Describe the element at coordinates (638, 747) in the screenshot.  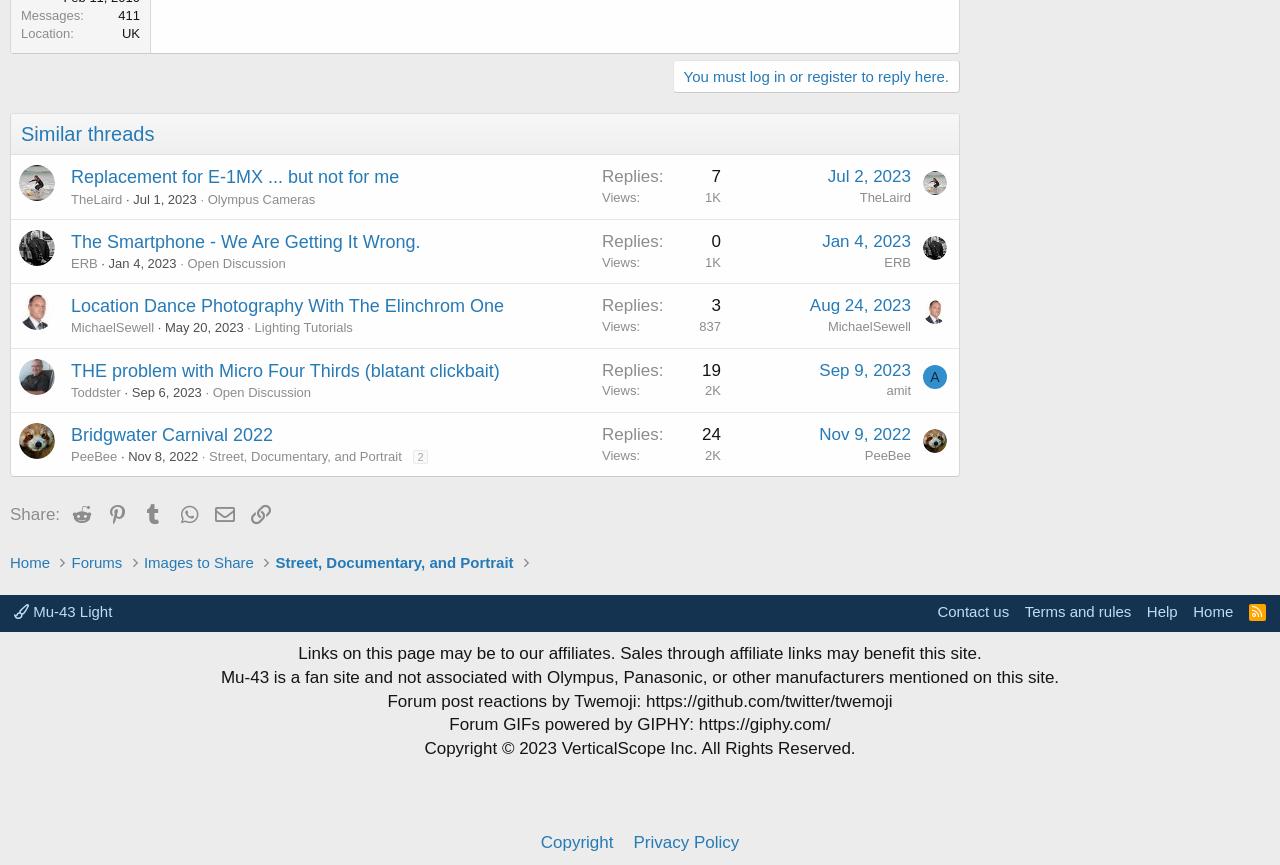
I see `'Copyright © 2023 VerticalScope Inc. All Rights Reserved.'` at that location.